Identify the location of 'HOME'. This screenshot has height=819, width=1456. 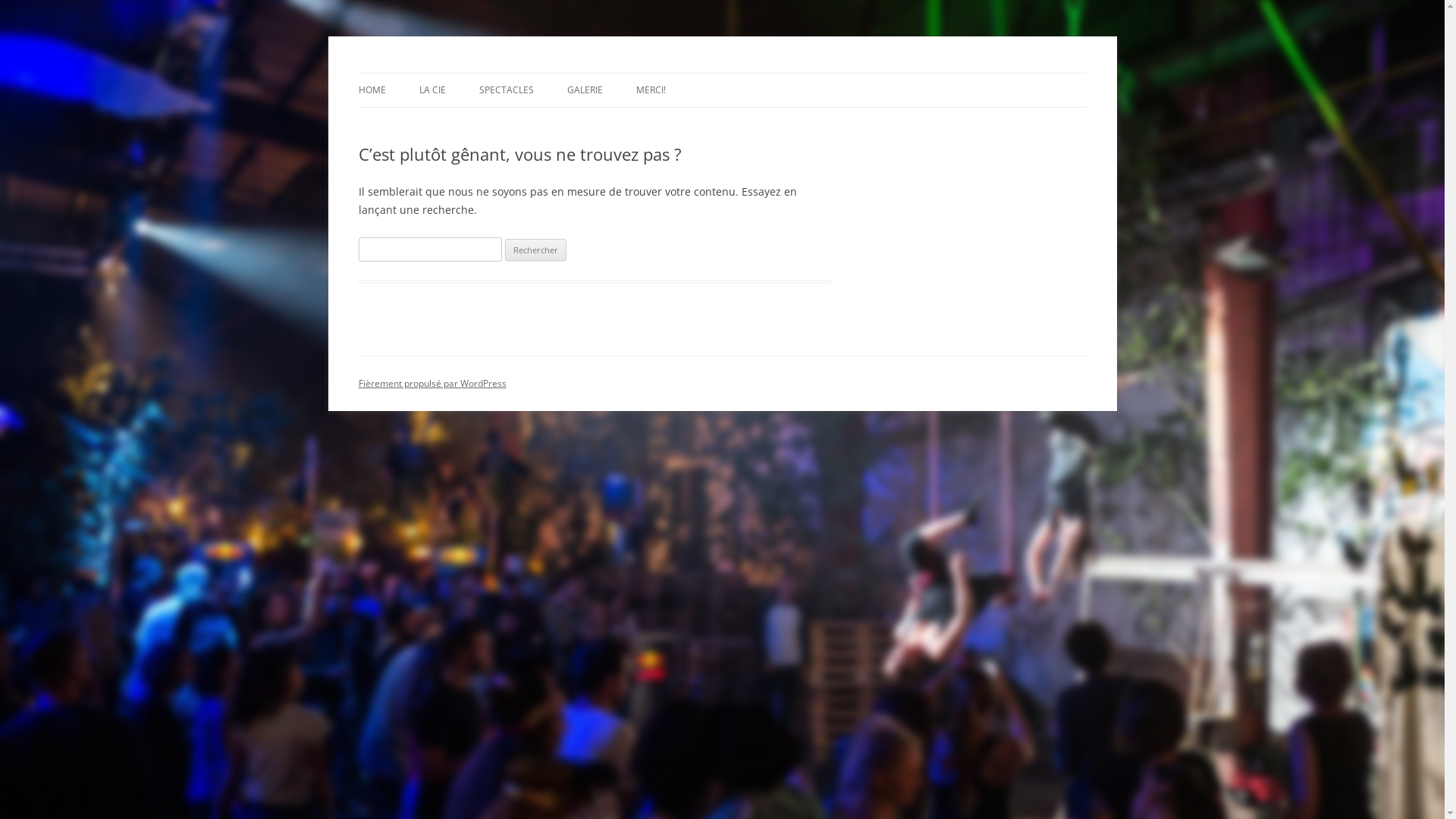
(371, 90).